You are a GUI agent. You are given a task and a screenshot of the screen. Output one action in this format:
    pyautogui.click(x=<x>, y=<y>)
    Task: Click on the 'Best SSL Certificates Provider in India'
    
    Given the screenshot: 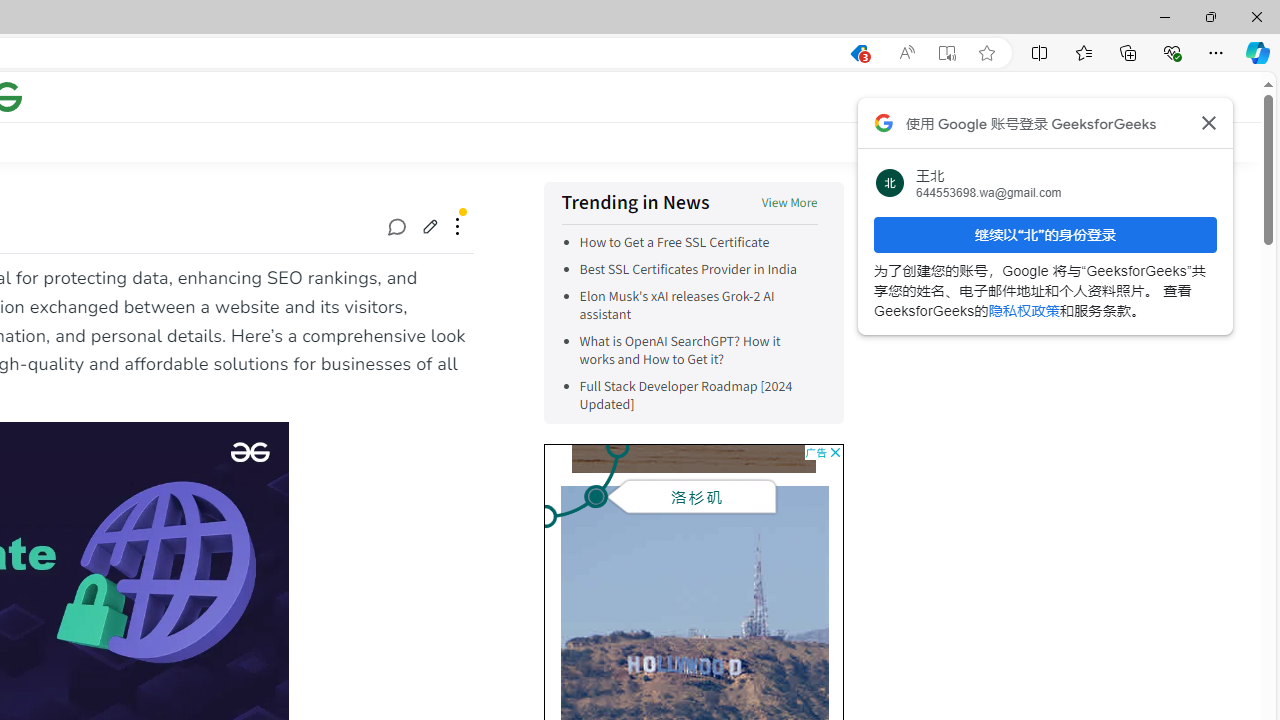 What is the action you would take?
    pyautogui.click(x=688, y=270)
    